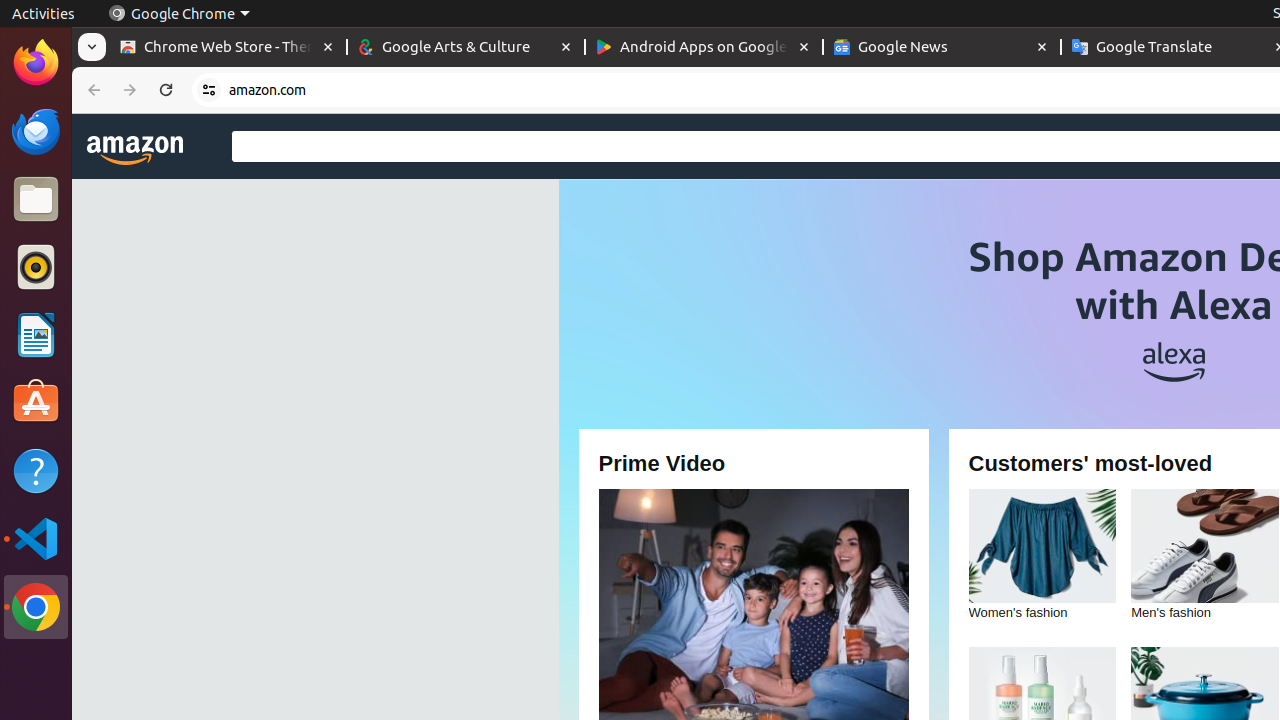 The width and height of the screenshot is (1280, 720). I want to click on 'Help', so click(35, 471).